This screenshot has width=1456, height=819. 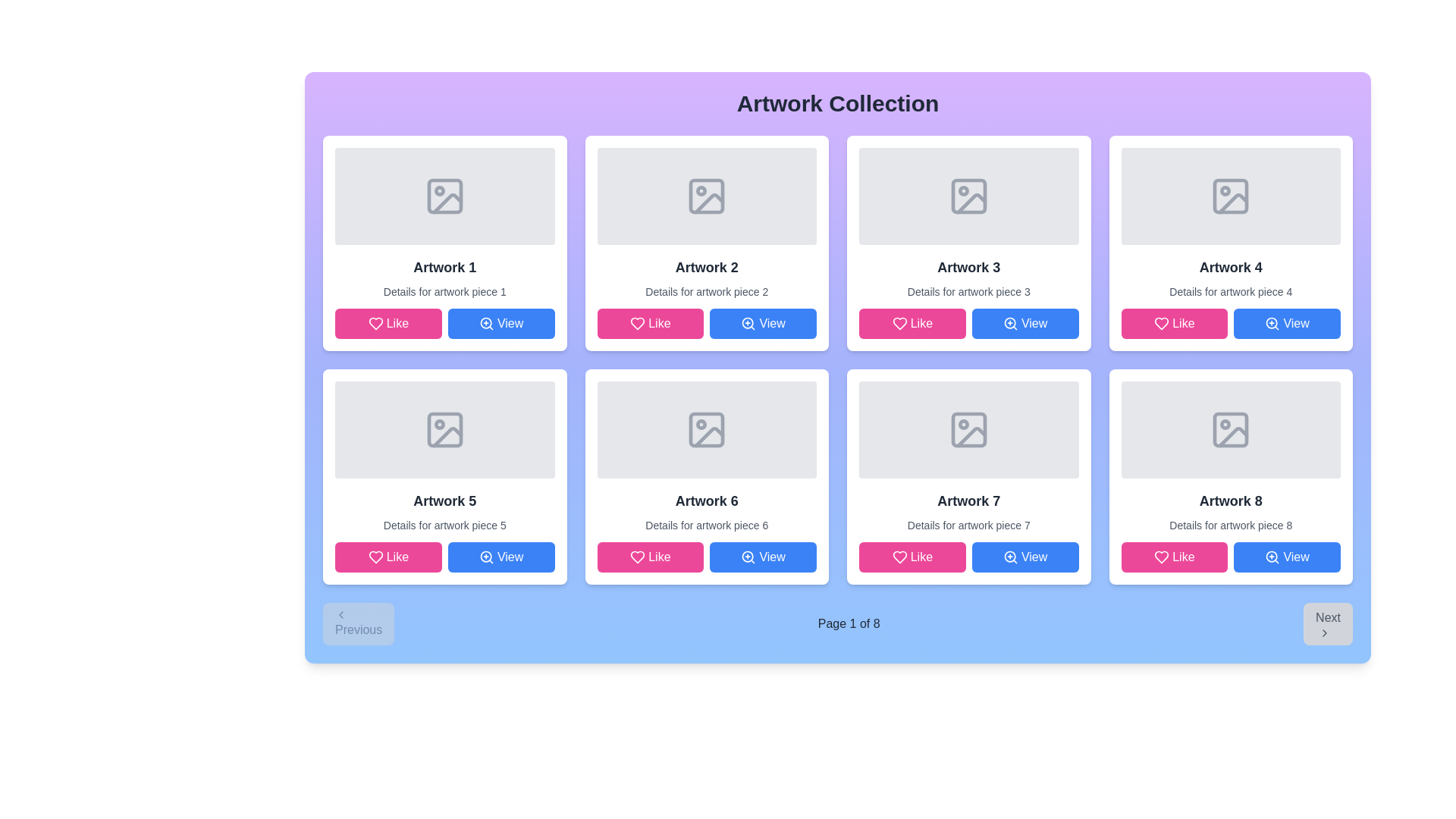 What do you see at coordinates (1324, 632) in the screenshot?
I see `the navigation icon located to the right of the 'Next' button at the bottom right corner of the artwork gallery` at bounding box center [1324, 632].